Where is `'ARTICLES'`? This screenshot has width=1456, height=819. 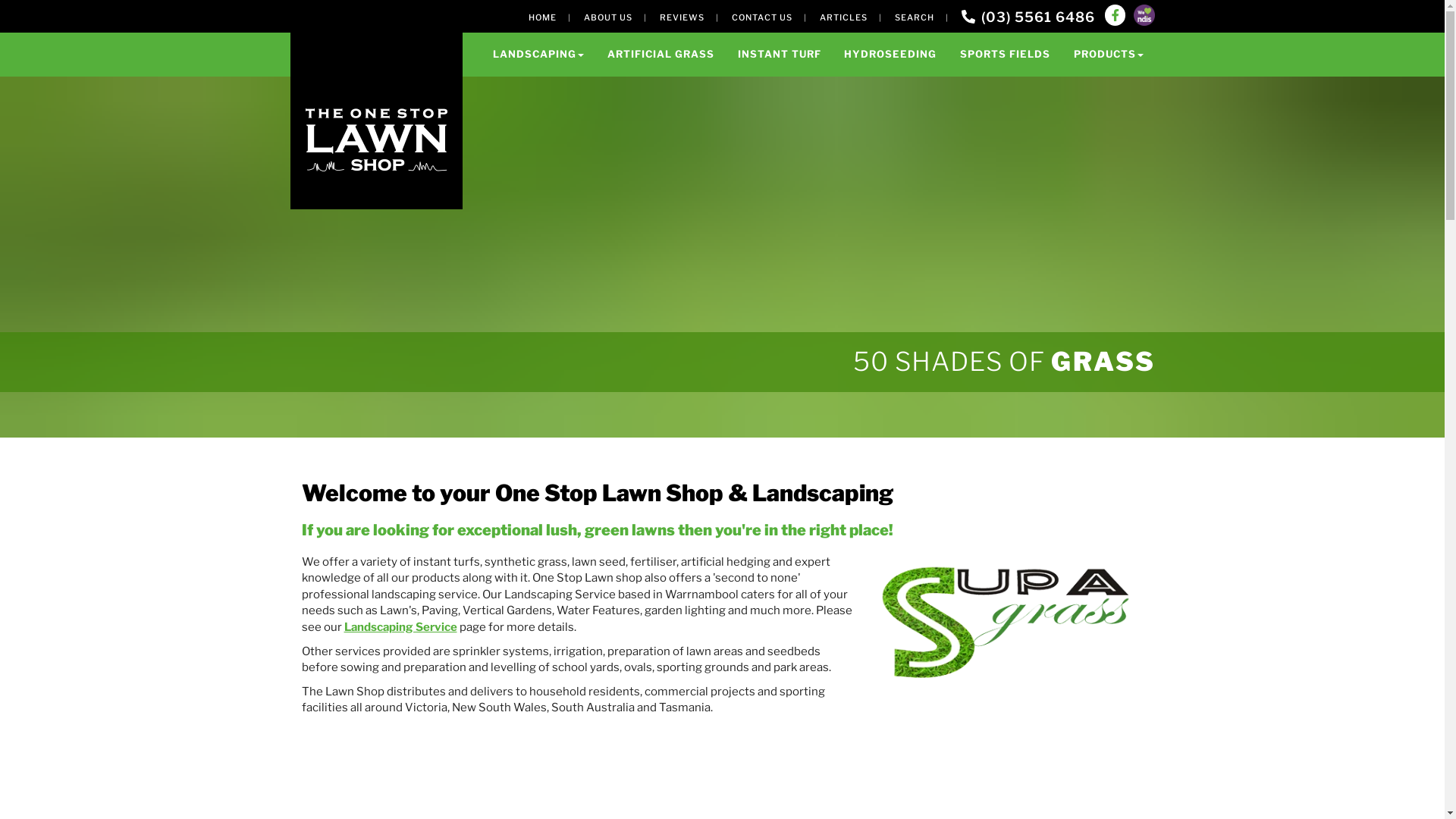
'ARTICLES' is located at coordinates (842, 17).